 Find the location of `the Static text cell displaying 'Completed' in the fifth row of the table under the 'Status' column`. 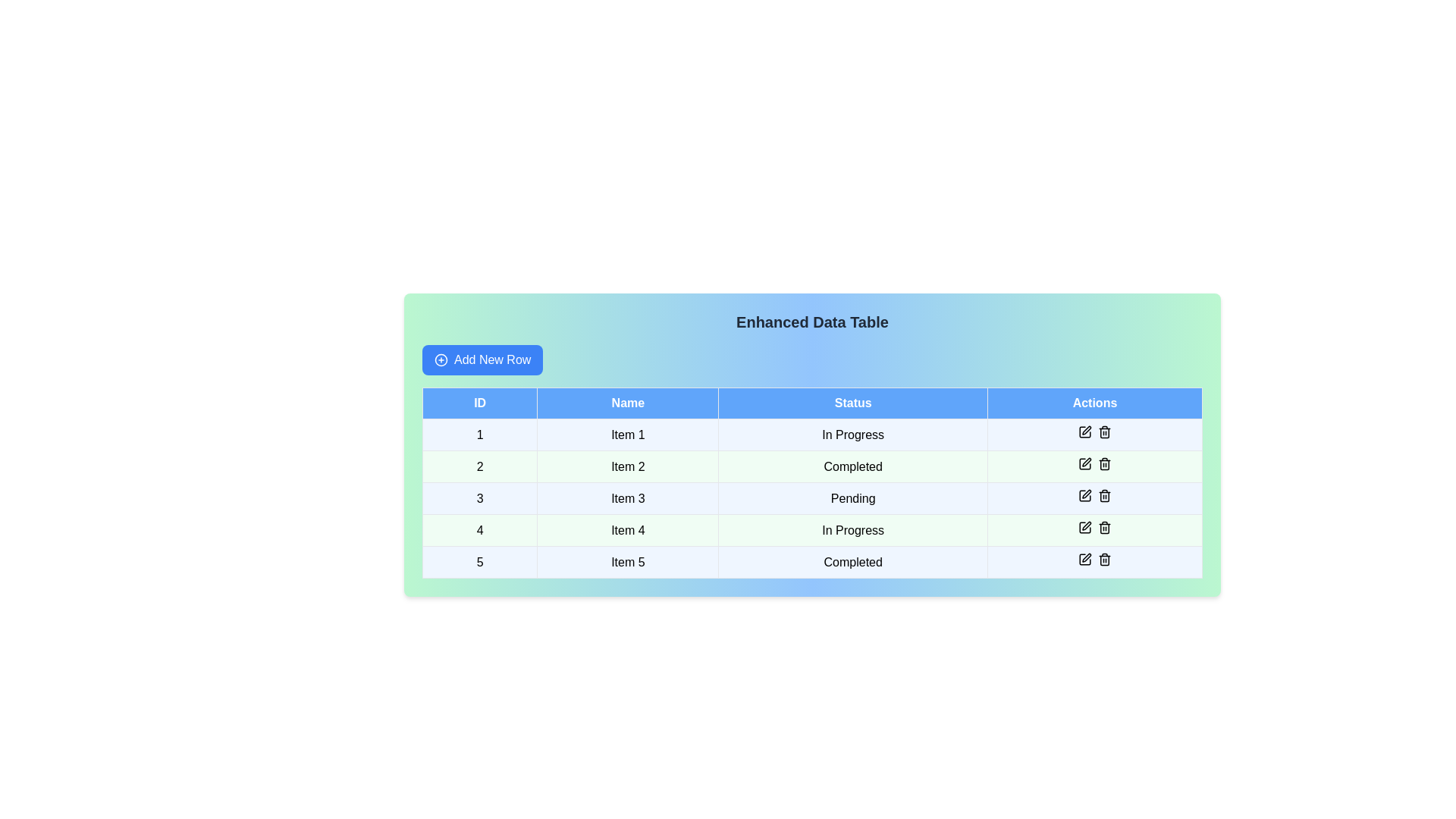

the Static text cell displaying 'Completed' in the fifth row of the table under the 'Status' column is located at coordinates (853, 562).